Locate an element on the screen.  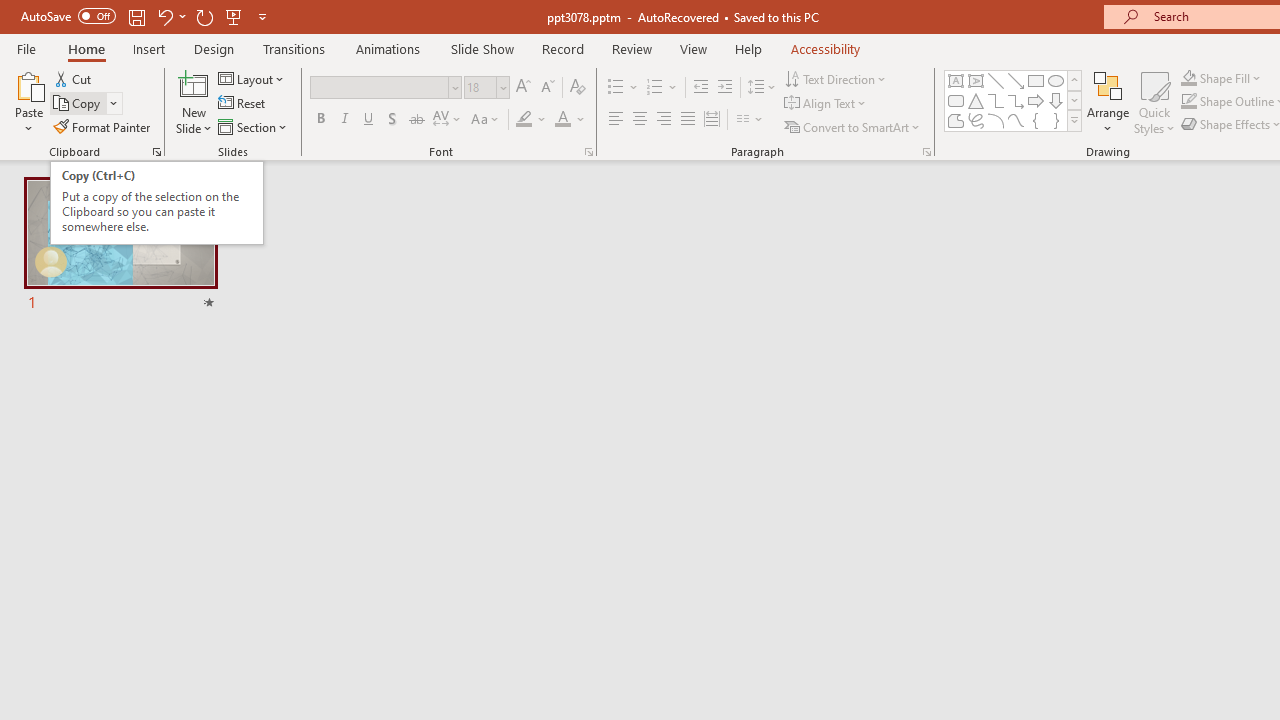
'Arc' is located at coordinates (995, 120).